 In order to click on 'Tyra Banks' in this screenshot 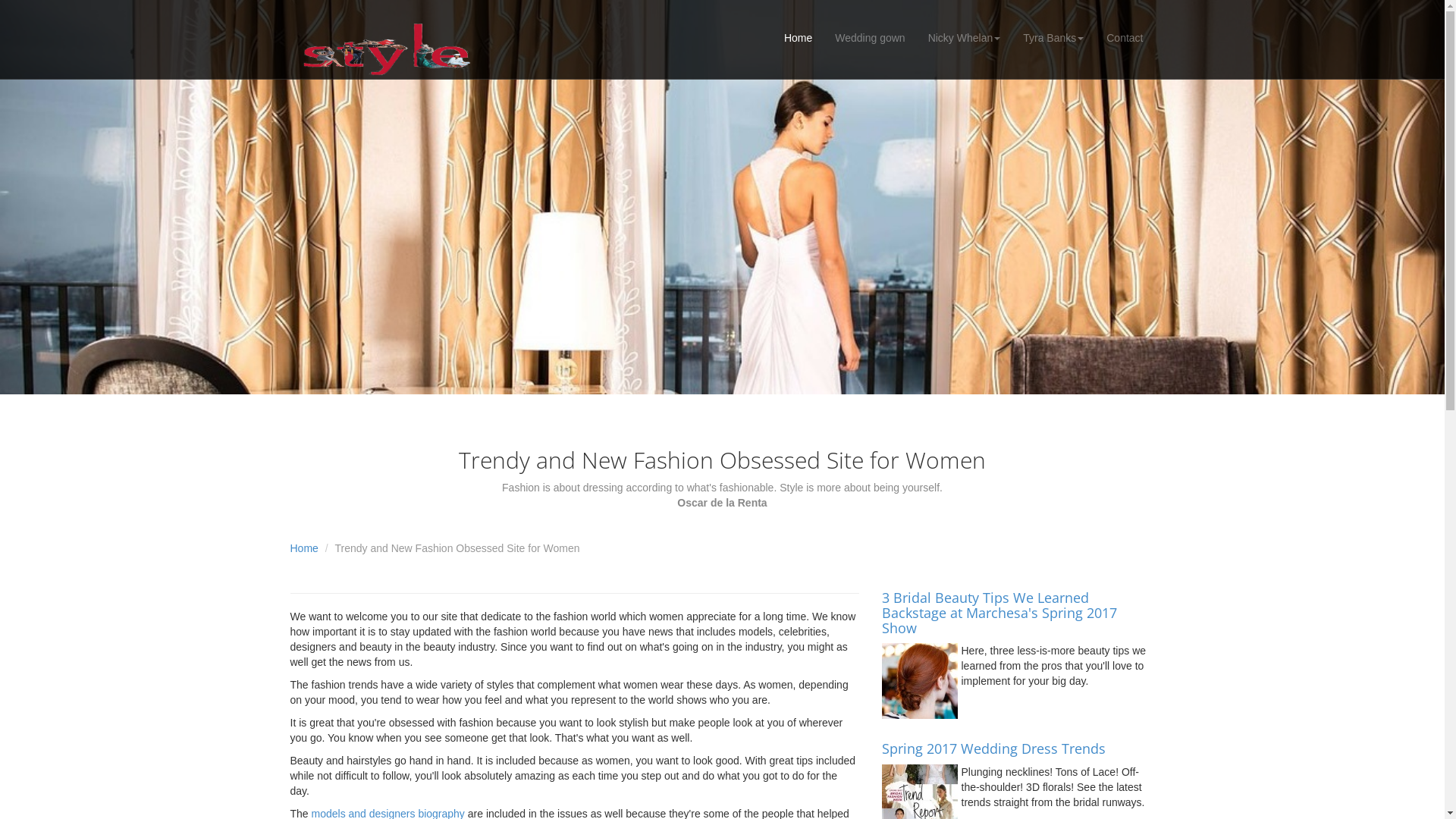, I will do `click(1052, 37)`.